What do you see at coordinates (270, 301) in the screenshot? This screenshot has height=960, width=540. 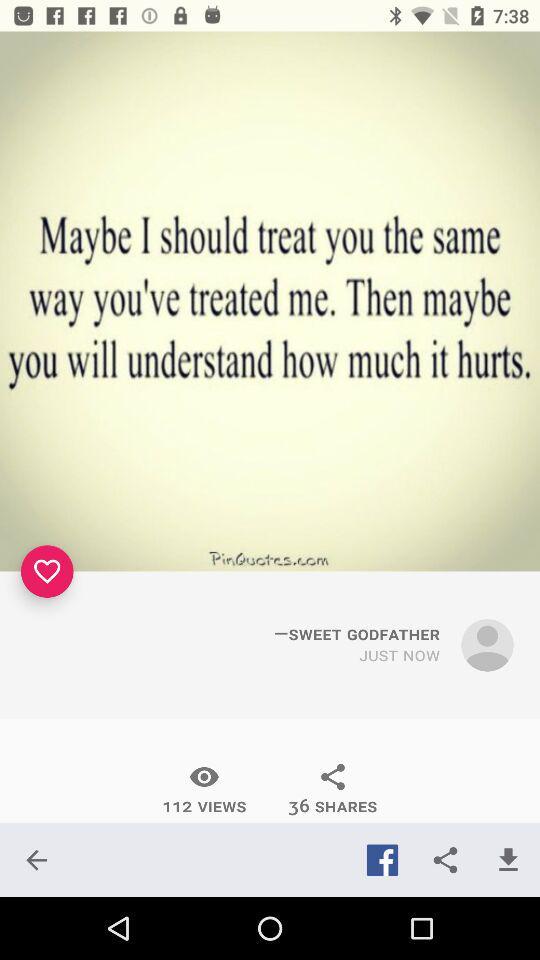 I see `this image was quotes` at bounding box center [270, 301].